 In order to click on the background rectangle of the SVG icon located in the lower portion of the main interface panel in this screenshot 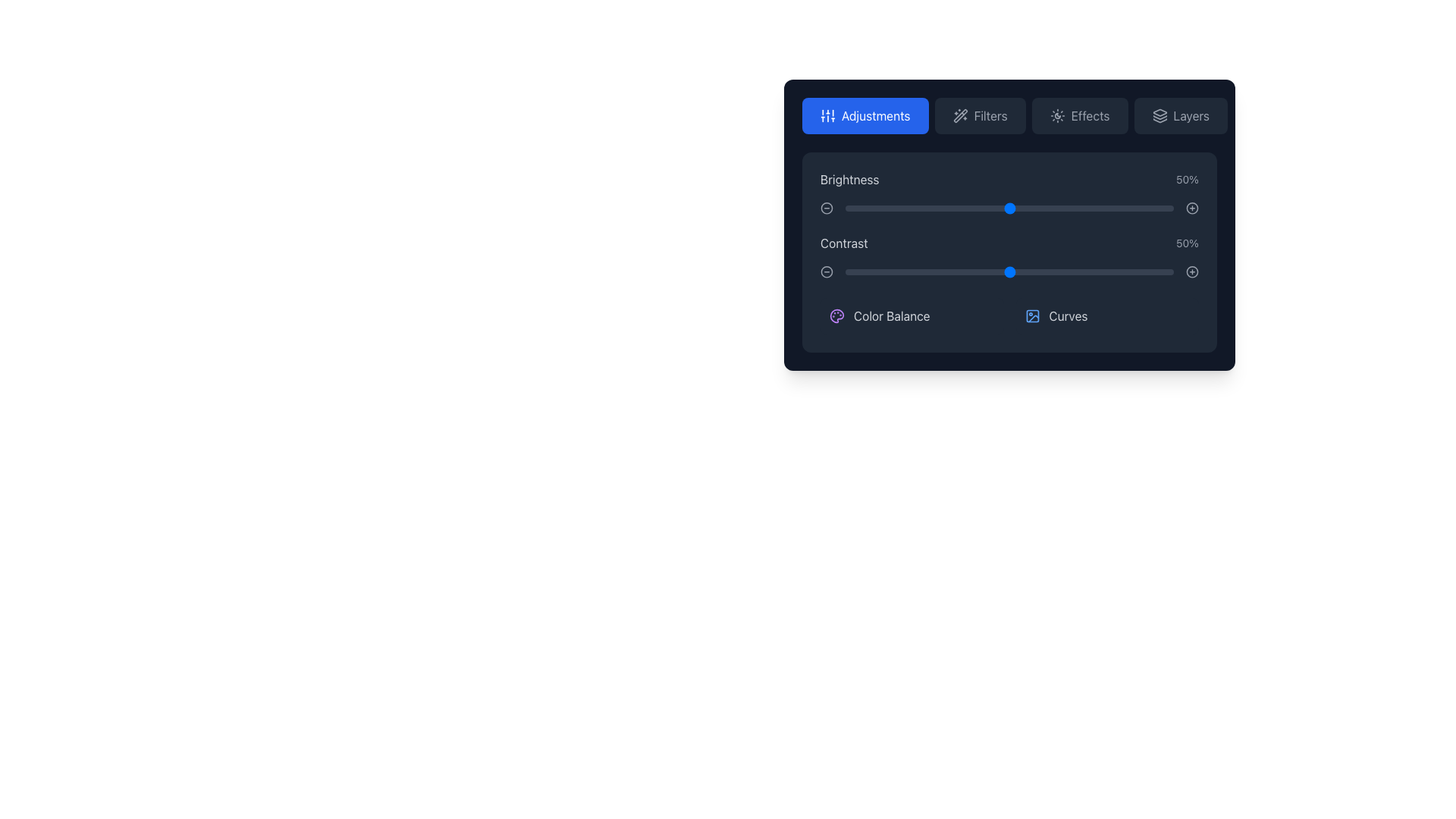, I will do `click(1031, 315)`.